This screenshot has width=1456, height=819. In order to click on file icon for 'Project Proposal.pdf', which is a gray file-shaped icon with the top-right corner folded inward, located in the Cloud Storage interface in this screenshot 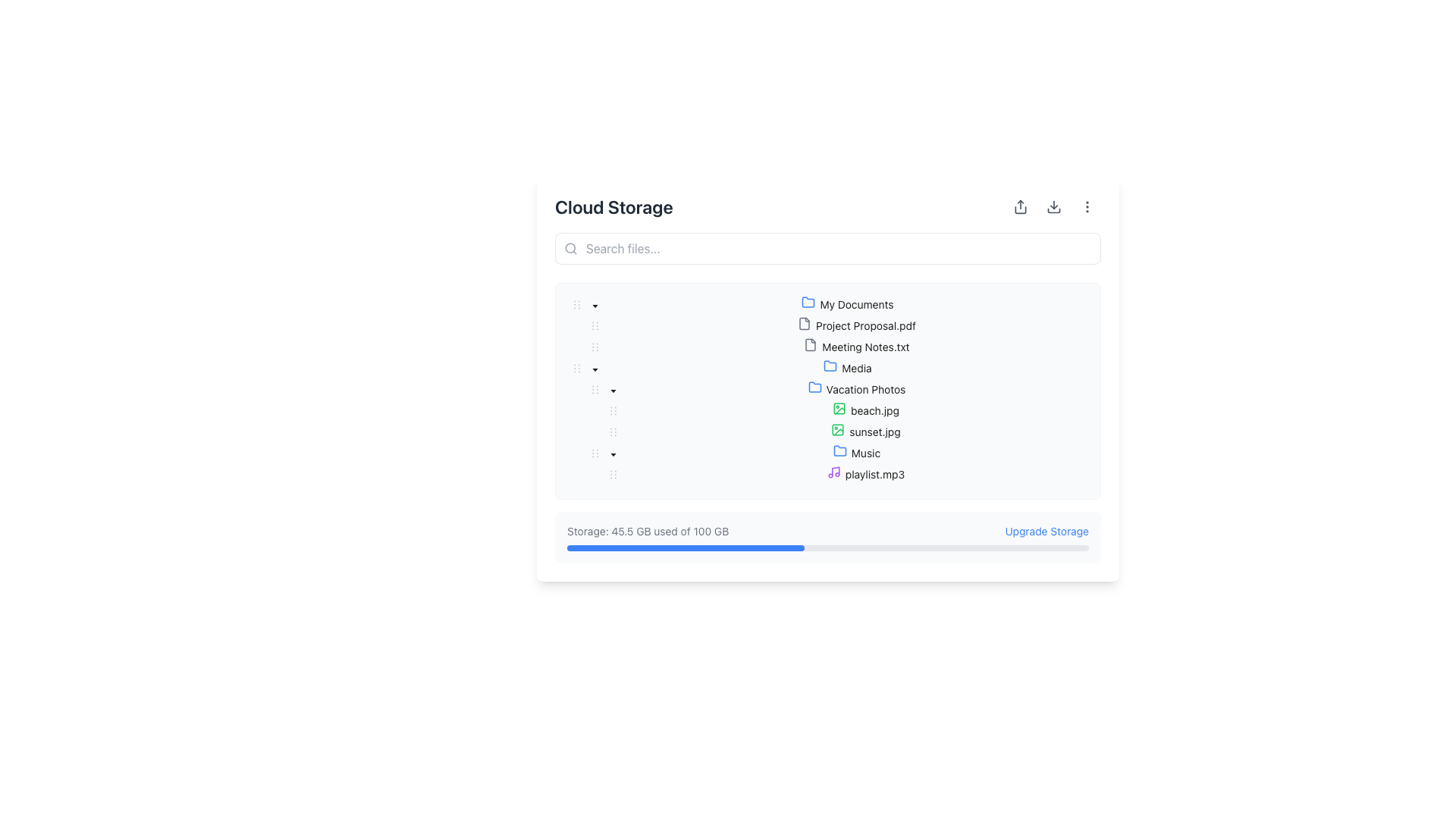, I will do `click(804, 323)`.